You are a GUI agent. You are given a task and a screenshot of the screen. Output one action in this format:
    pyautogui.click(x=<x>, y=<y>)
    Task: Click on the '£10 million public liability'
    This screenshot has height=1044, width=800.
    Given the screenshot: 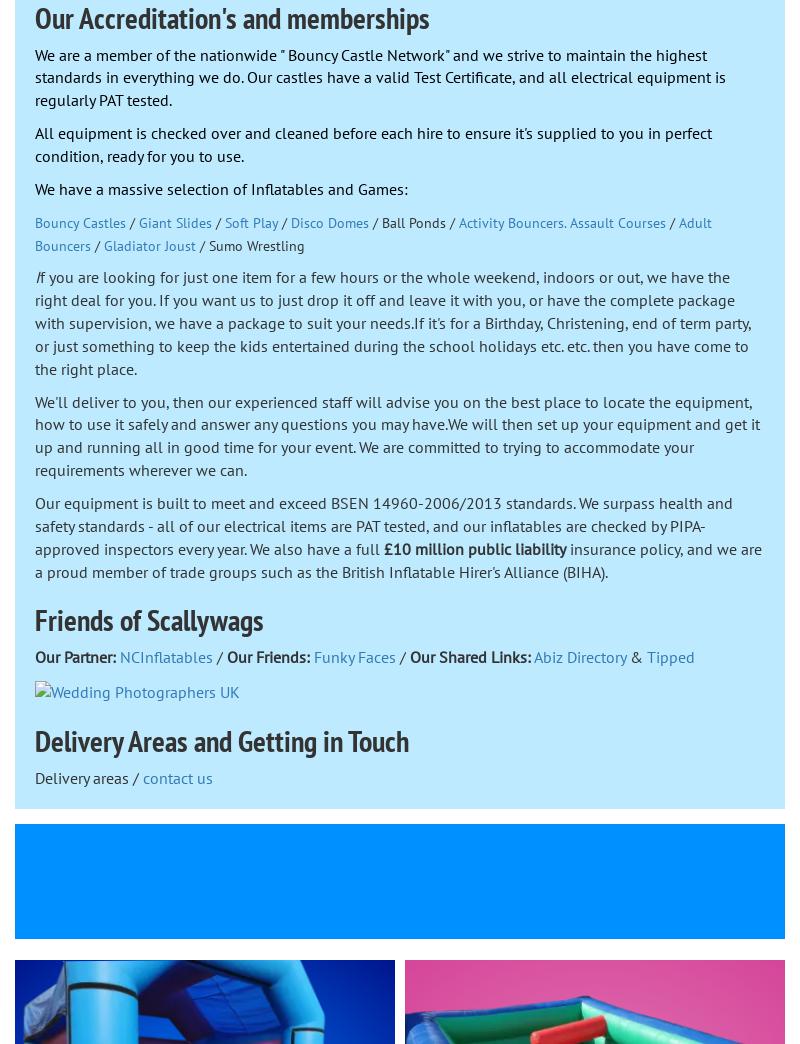 What is the action you would take?
    pyautogui.click(x=475, y=546)
    